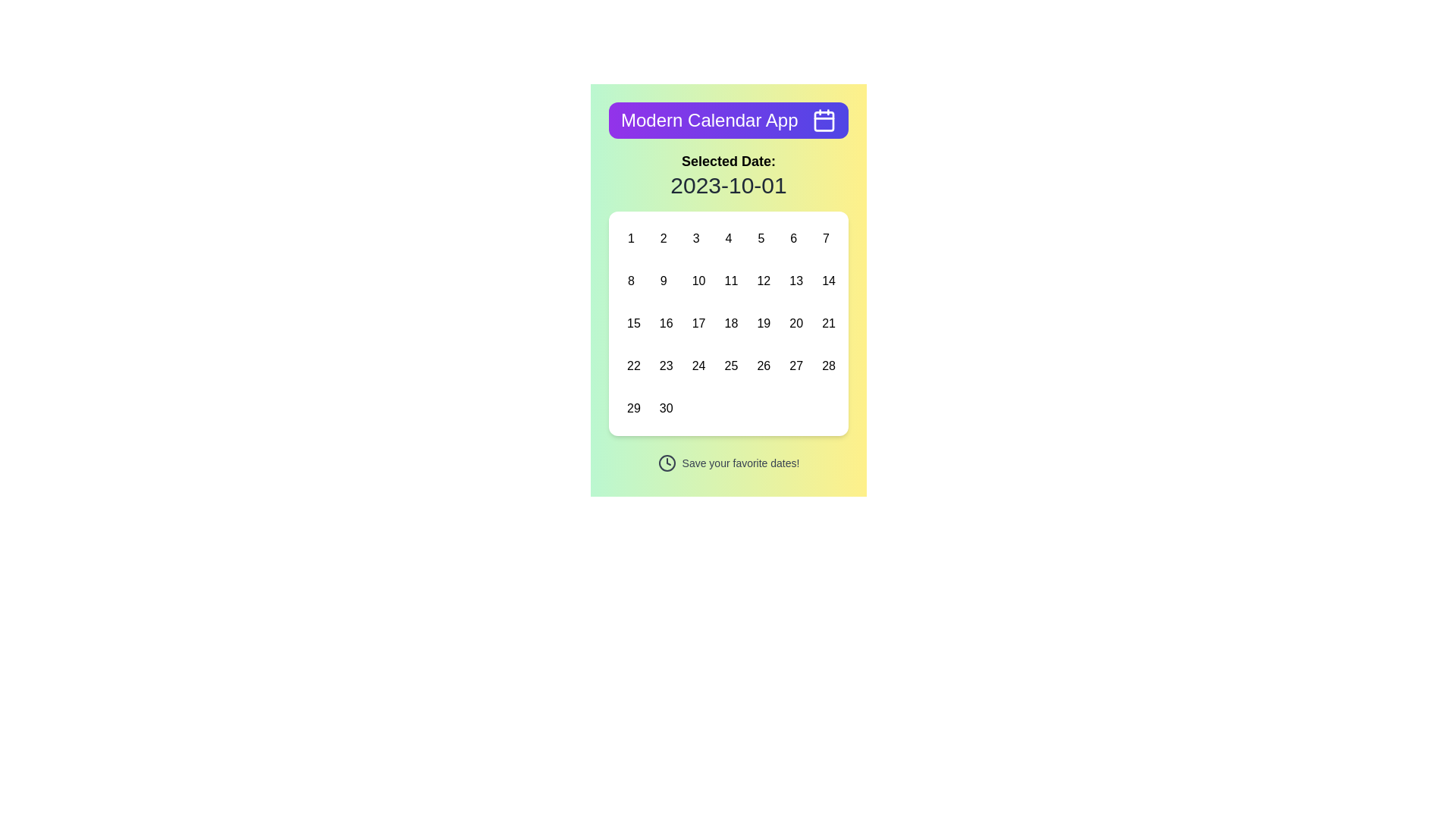 Image resolution: width=1456 pixels, height=819 pixels. What do you see at coordinates (761, 323) in the screenshot?
I see `the clickable calendar day representation for the 19th day of the month` at bounding box center [761, 323].